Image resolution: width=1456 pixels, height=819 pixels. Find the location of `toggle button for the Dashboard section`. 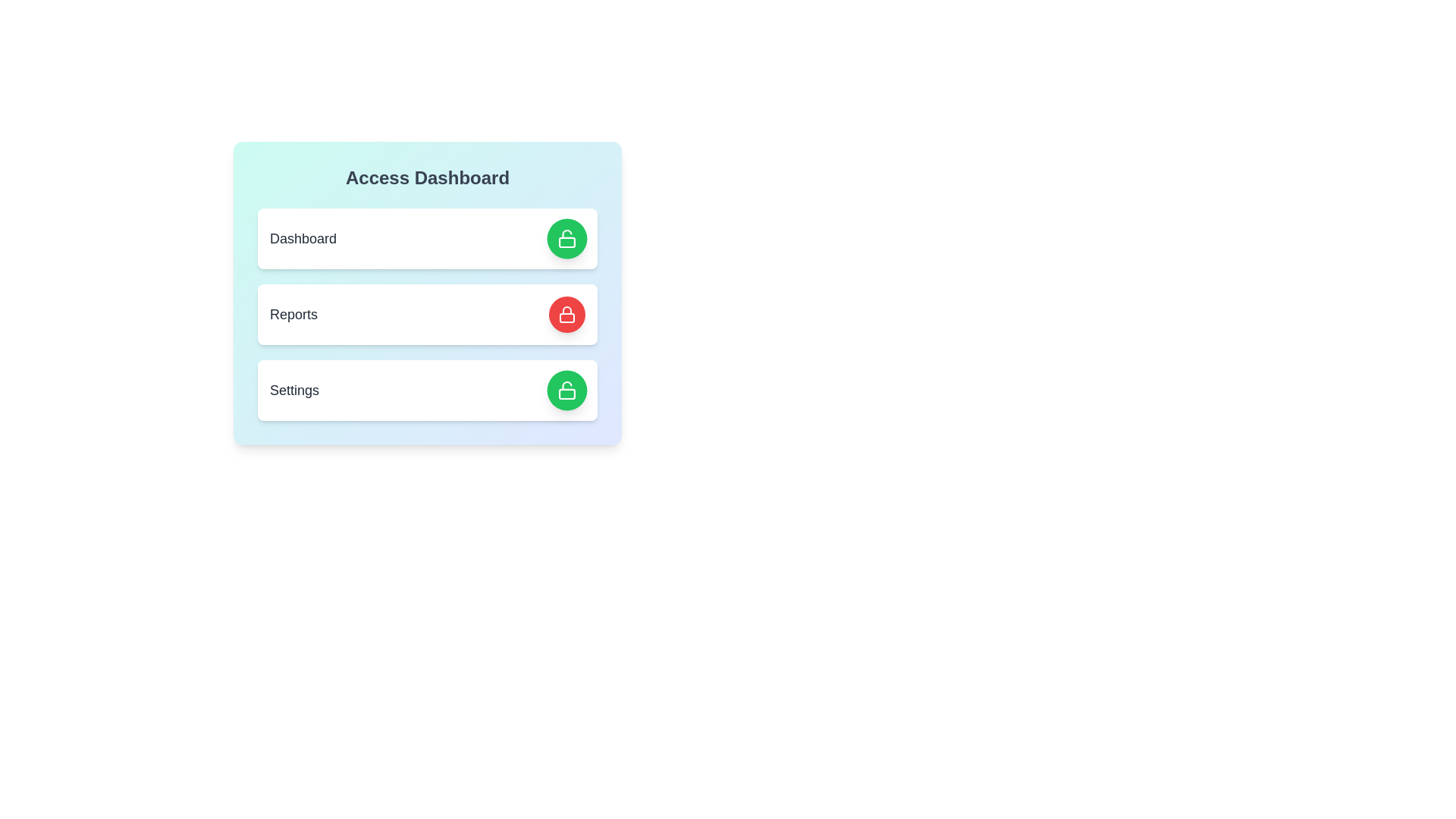

toggle button for the Dashboard section is located at coordinates (566, 239).